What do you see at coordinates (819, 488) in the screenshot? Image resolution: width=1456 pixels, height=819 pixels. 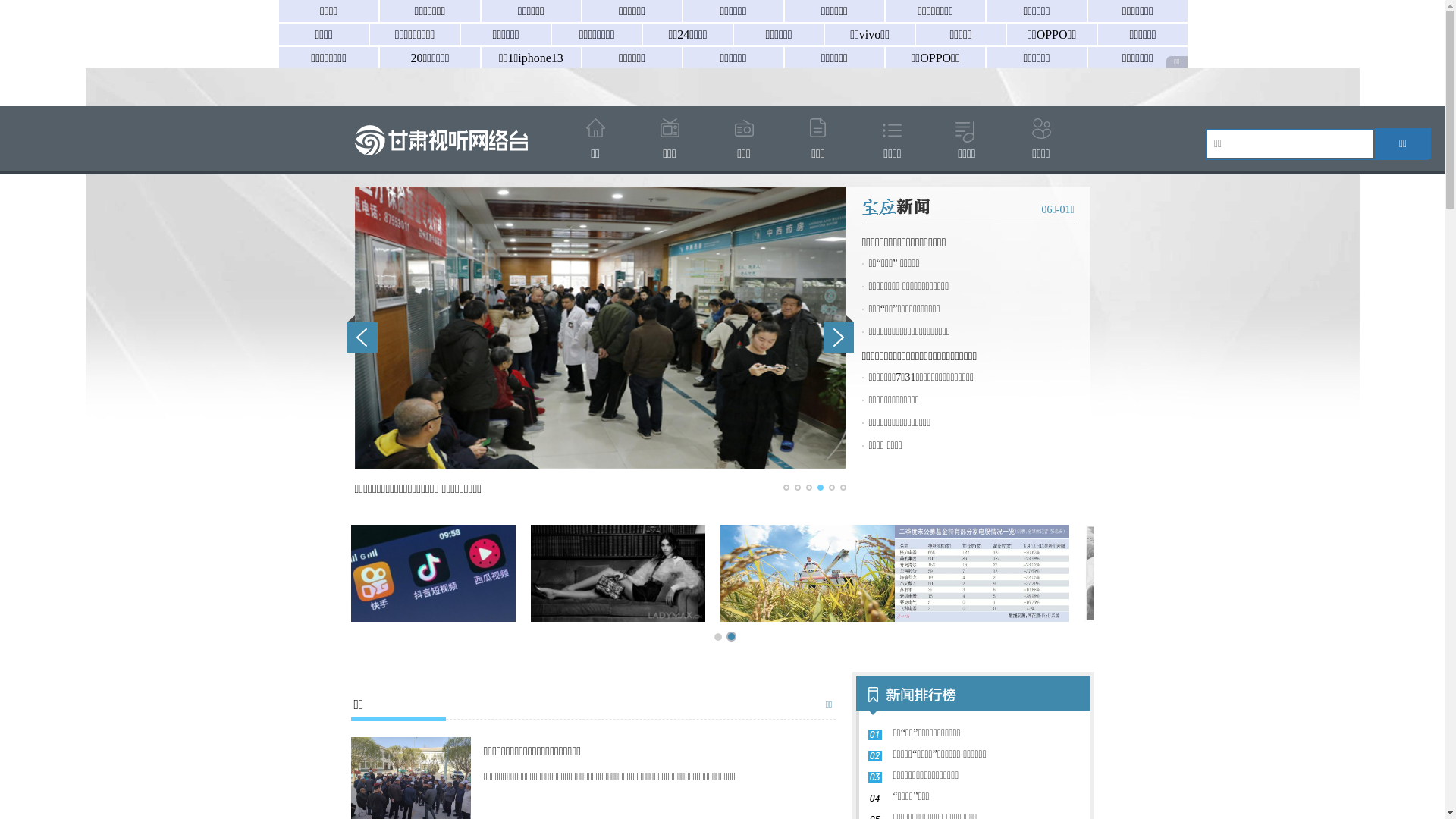 I see `'4'` at bounding box center [819, 488].